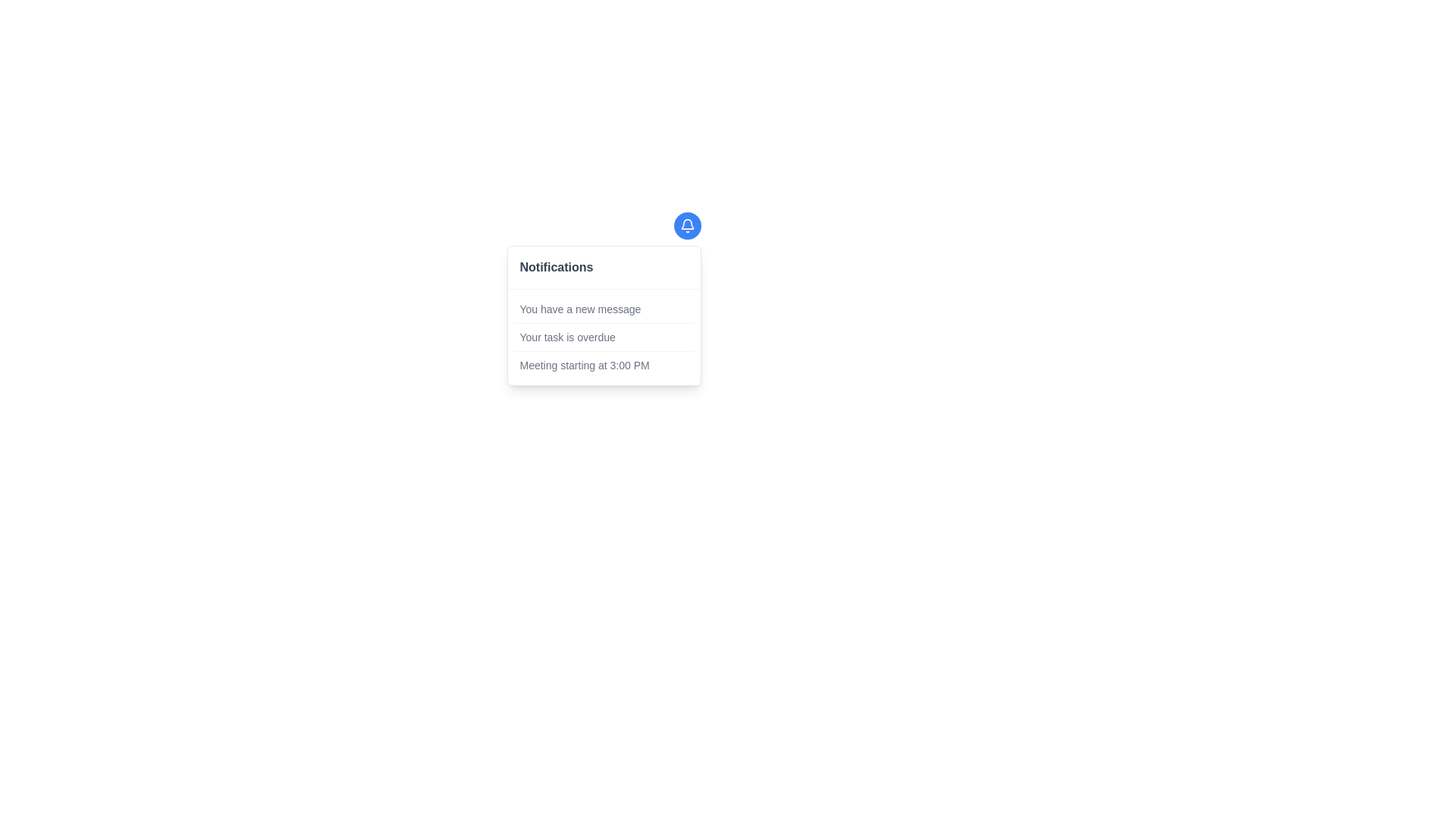 The image size is (1456, 819). Describe the element at coordinates (686, 225) in the screenshot. I see `the notification indicator bell icon` at that location.